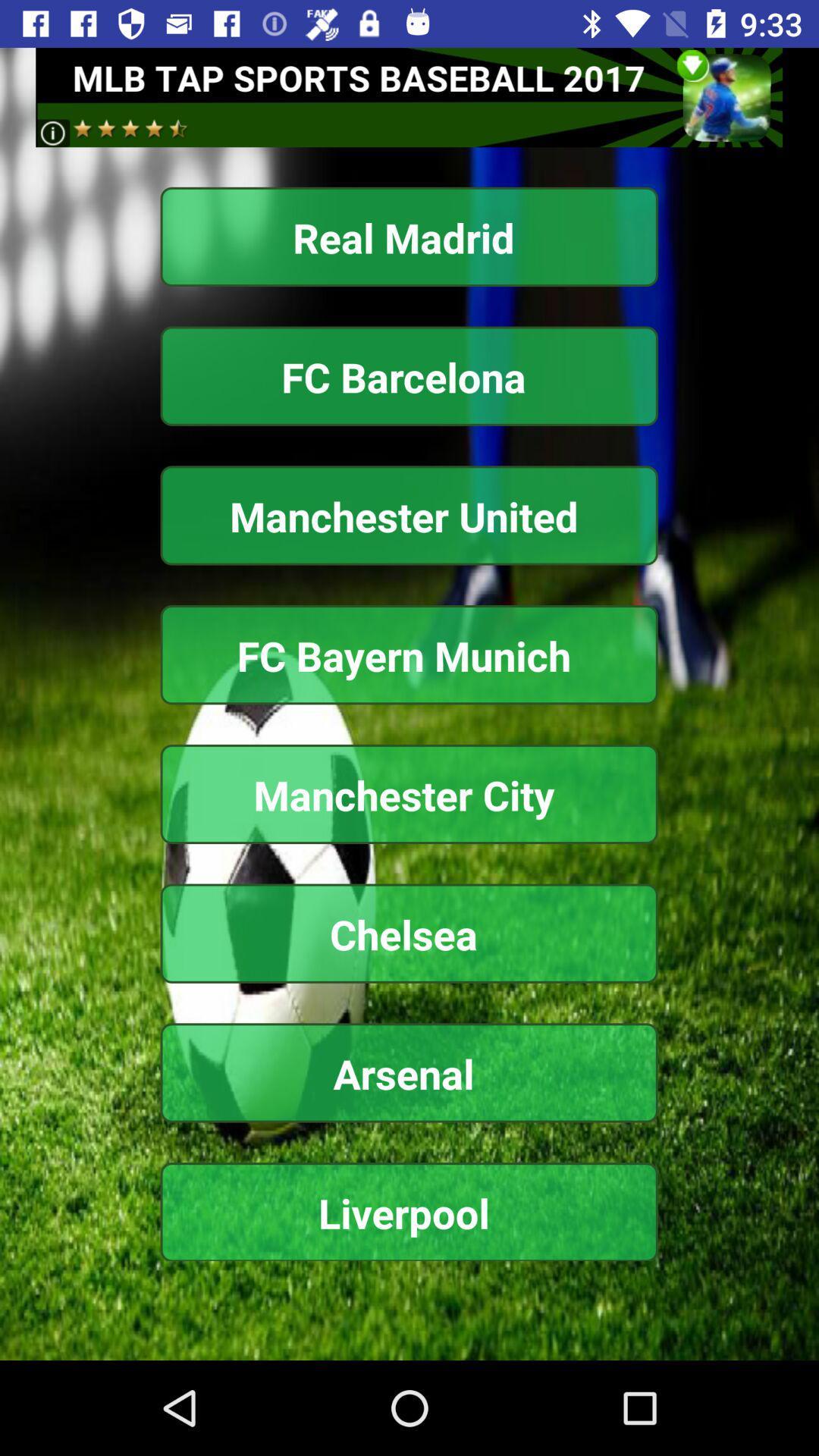 This screenshot has width=819, height=1456. I want to click on advertisement, so click(408, 96).